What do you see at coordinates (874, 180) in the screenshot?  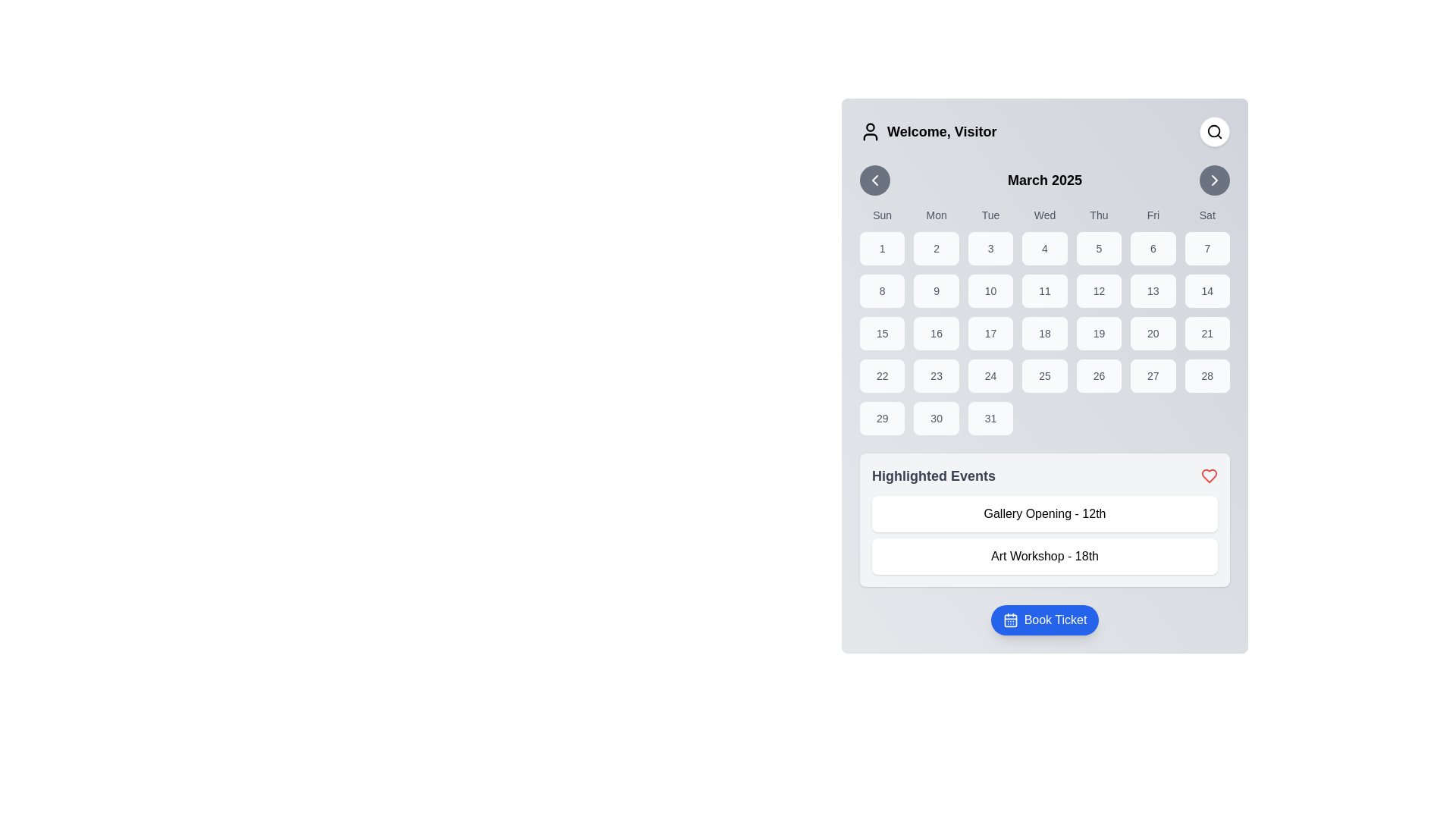 I see `the button located to the left of the text 'March 2025' in the upper left corner of the calendar interface` at bounding box center [874, 180].